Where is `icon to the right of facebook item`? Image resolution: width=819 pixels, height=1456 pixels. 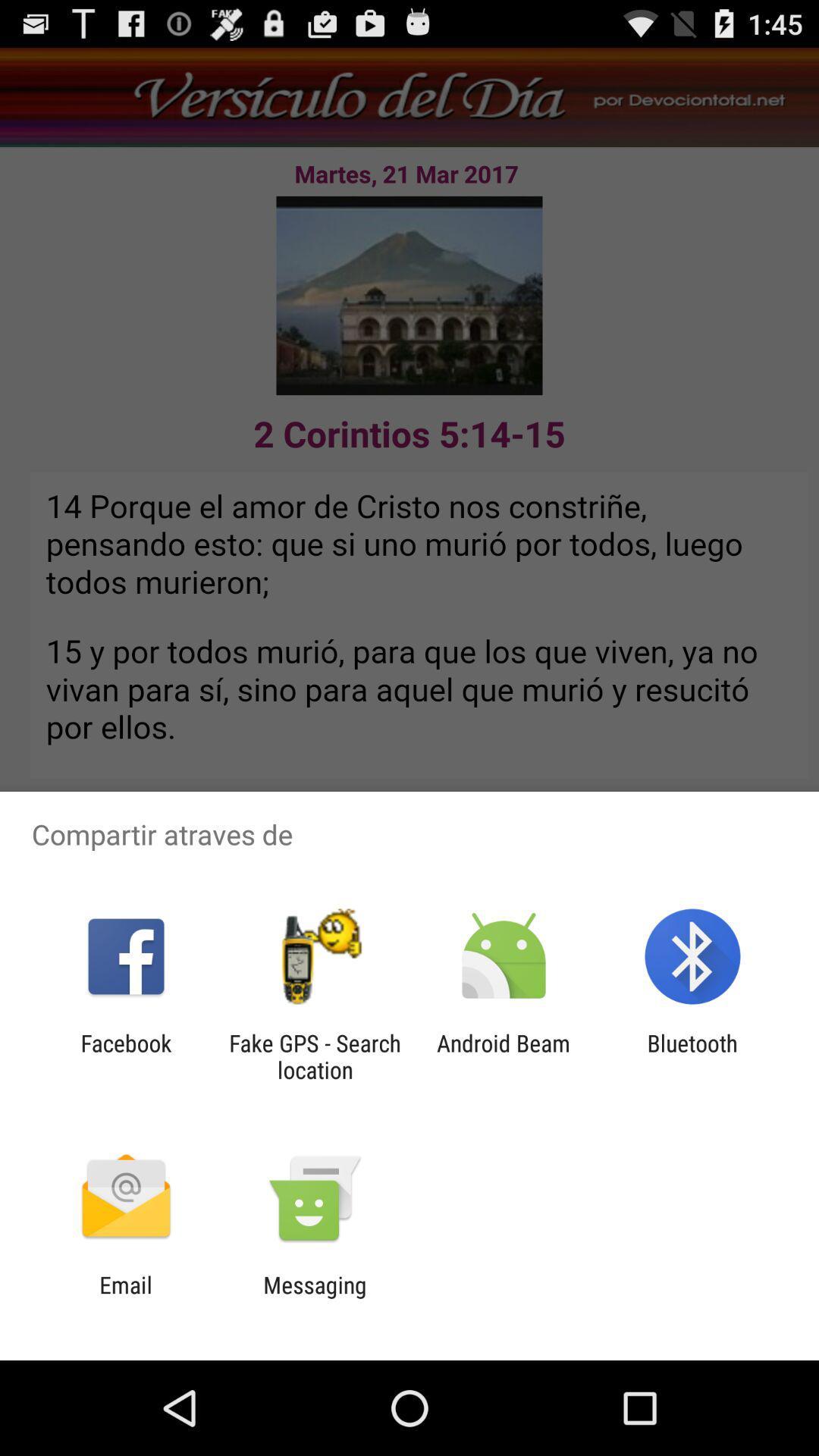
icon to the right of facebook item is located at coordinates (314, 1056).